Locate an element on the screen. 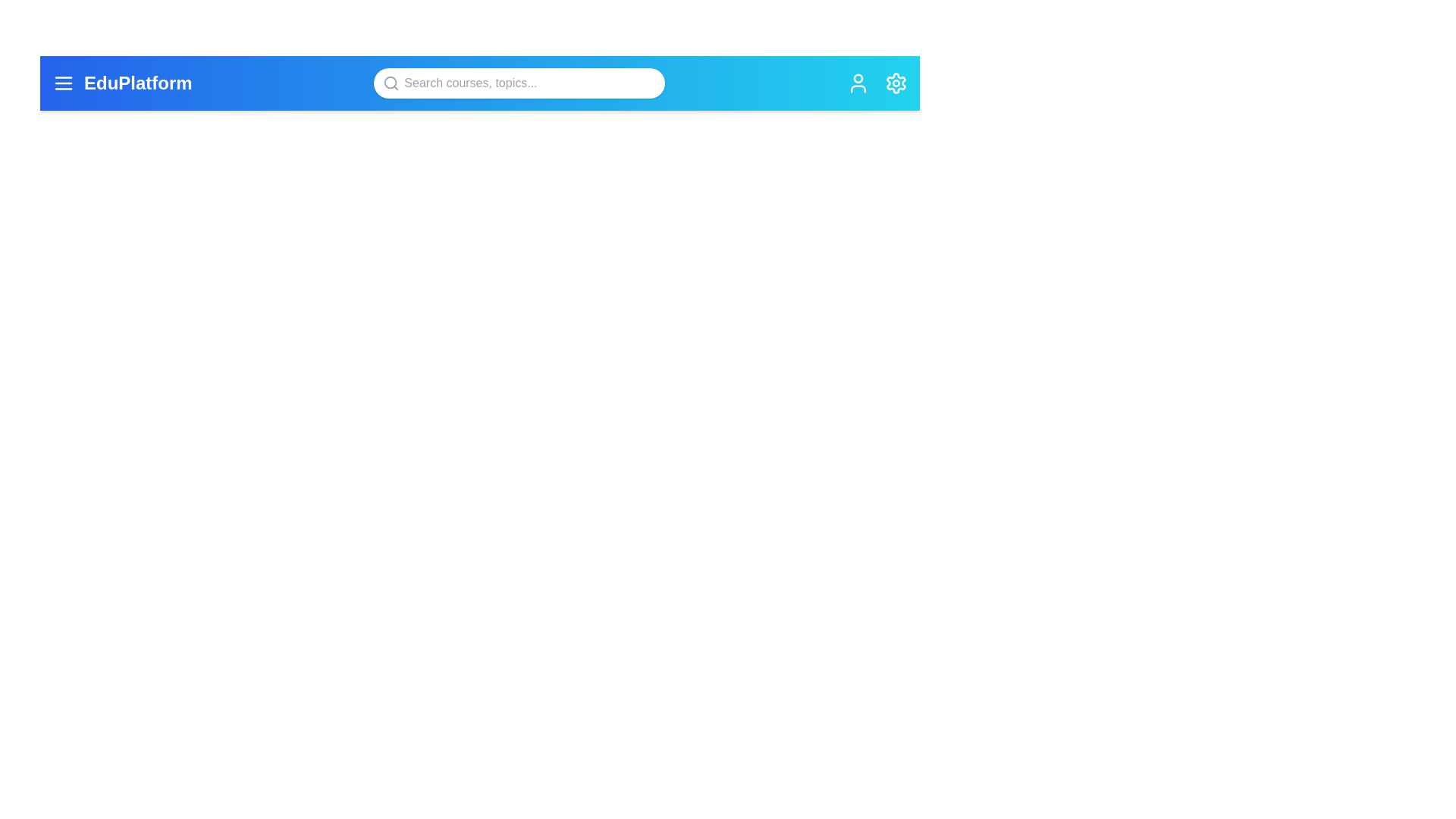  the search icon to observe its tooltip or effect is located at coordinates (391, 83).